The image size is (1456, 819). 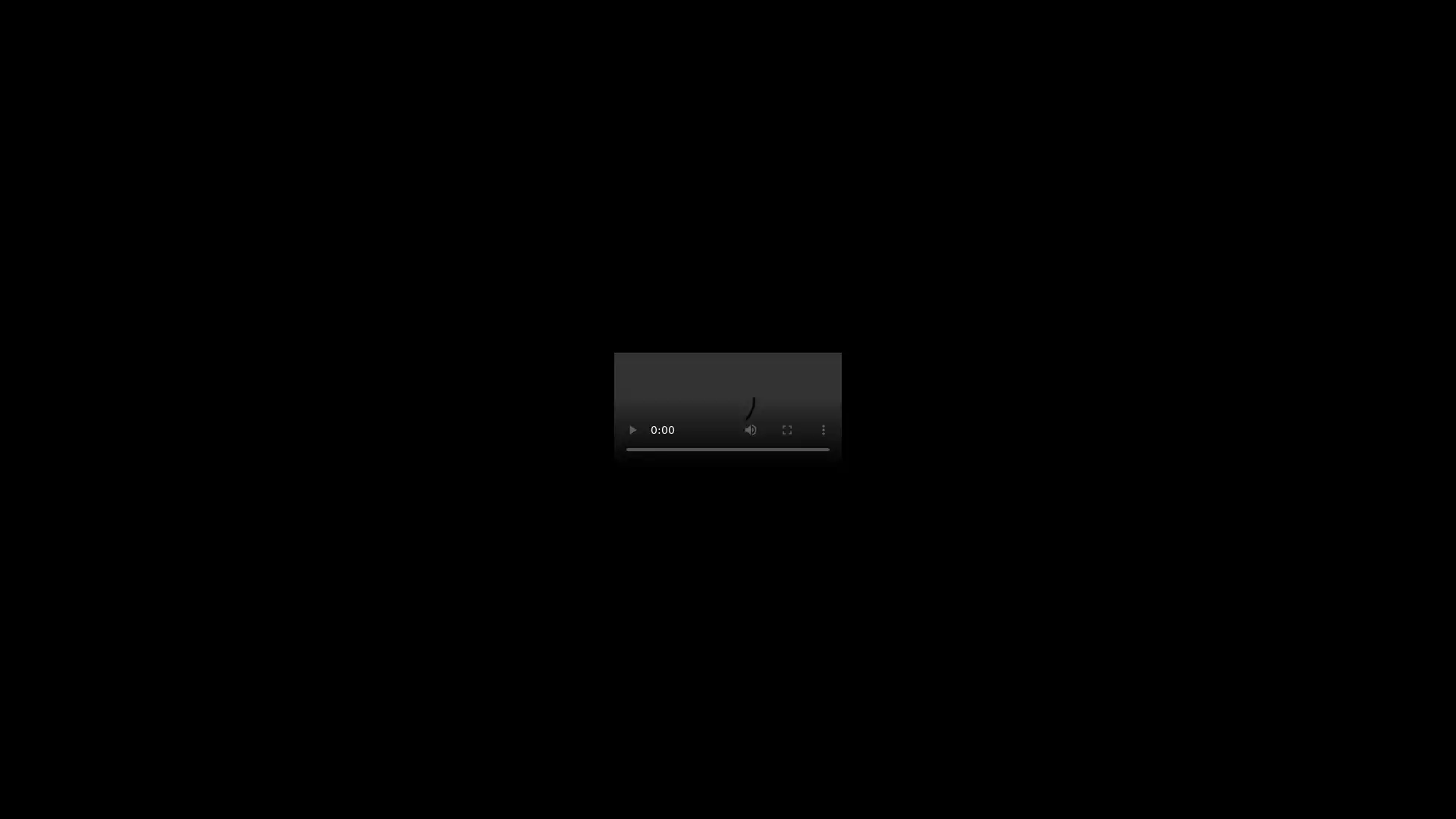 I want to click on mute, so click(x=750, y=430).